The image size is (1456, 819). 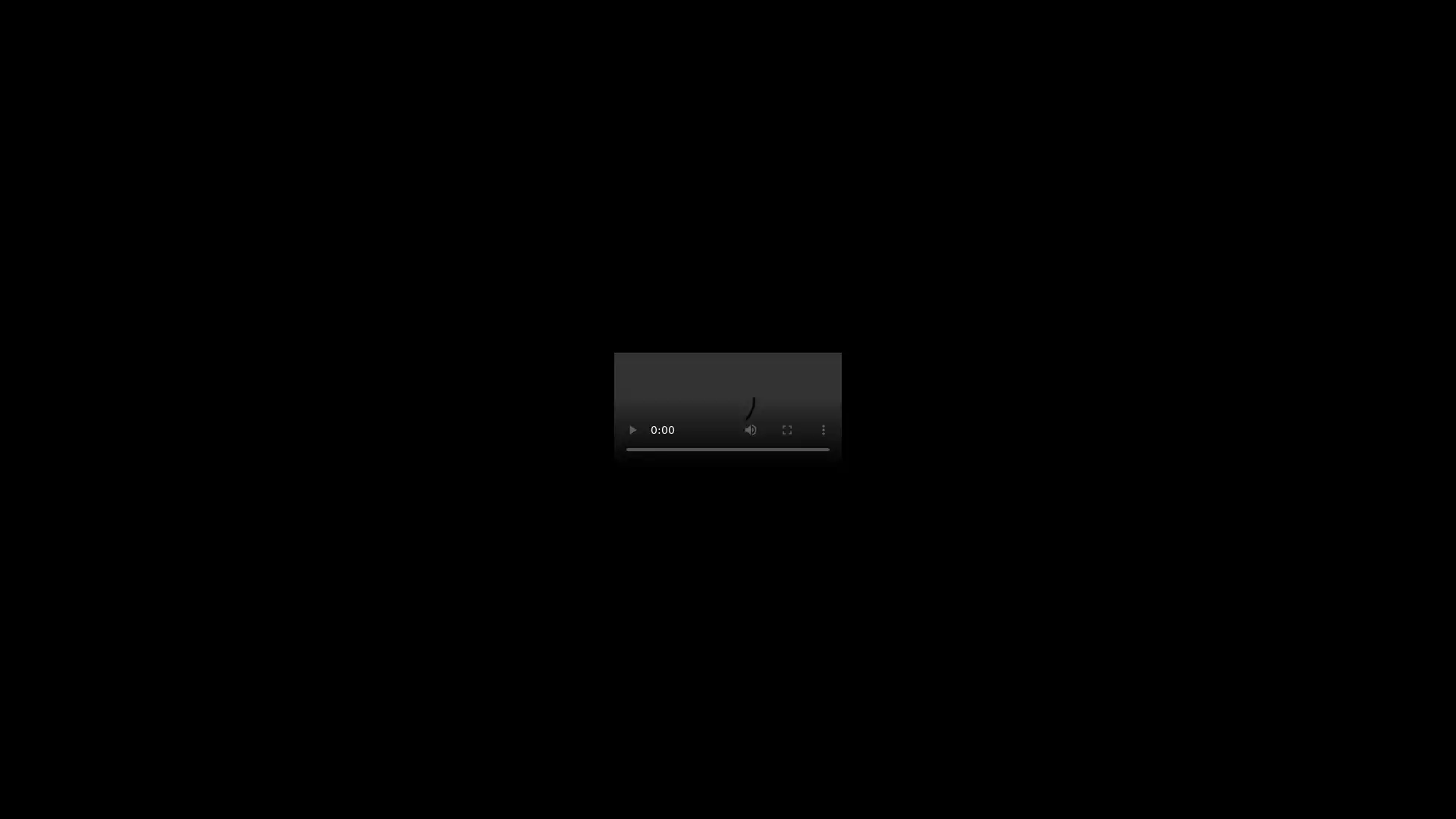 I want to click on mute, so click(x=750, y=430).